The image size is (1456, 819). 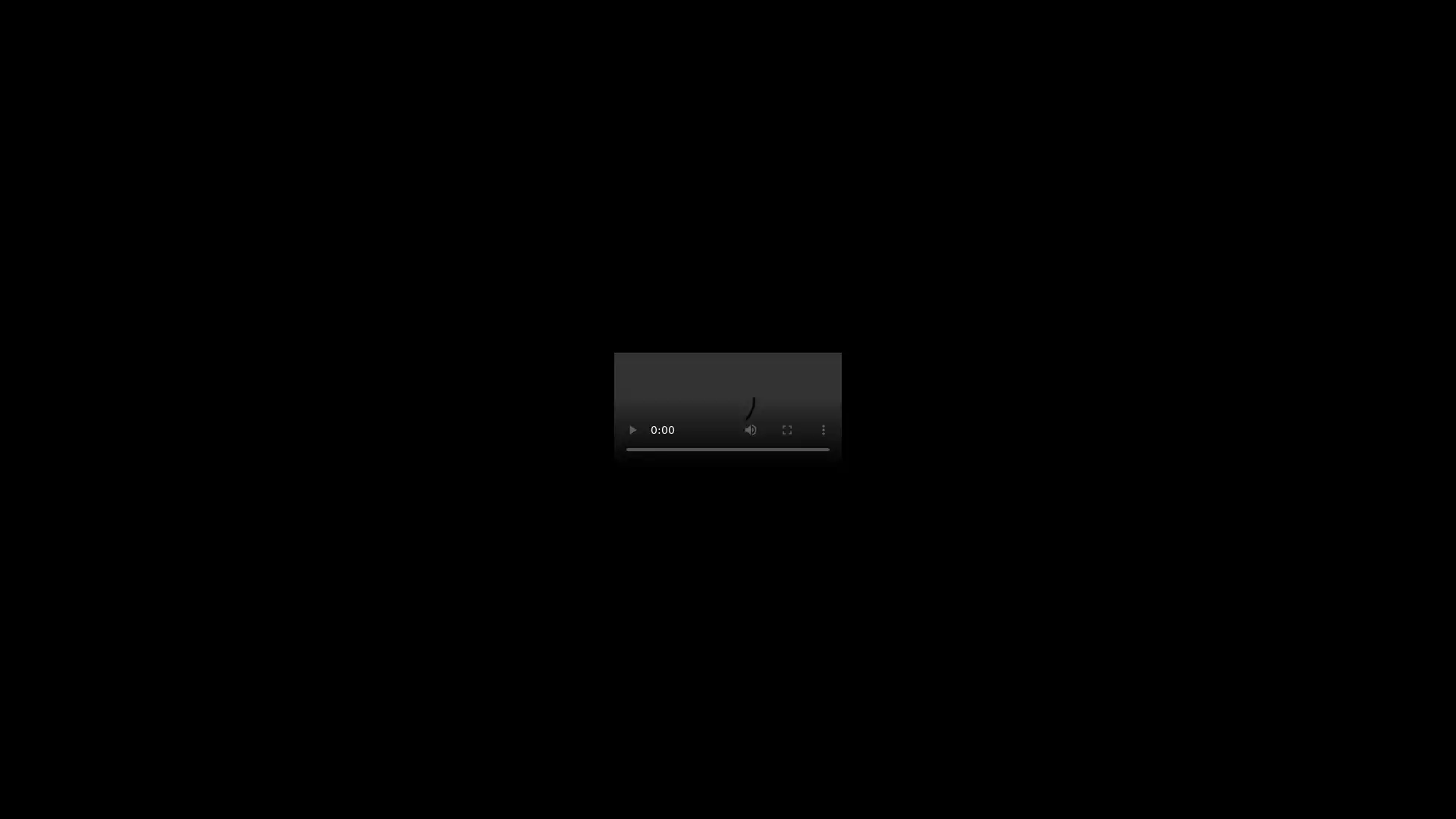 I want to click on mute, so click(x=750, y=430).